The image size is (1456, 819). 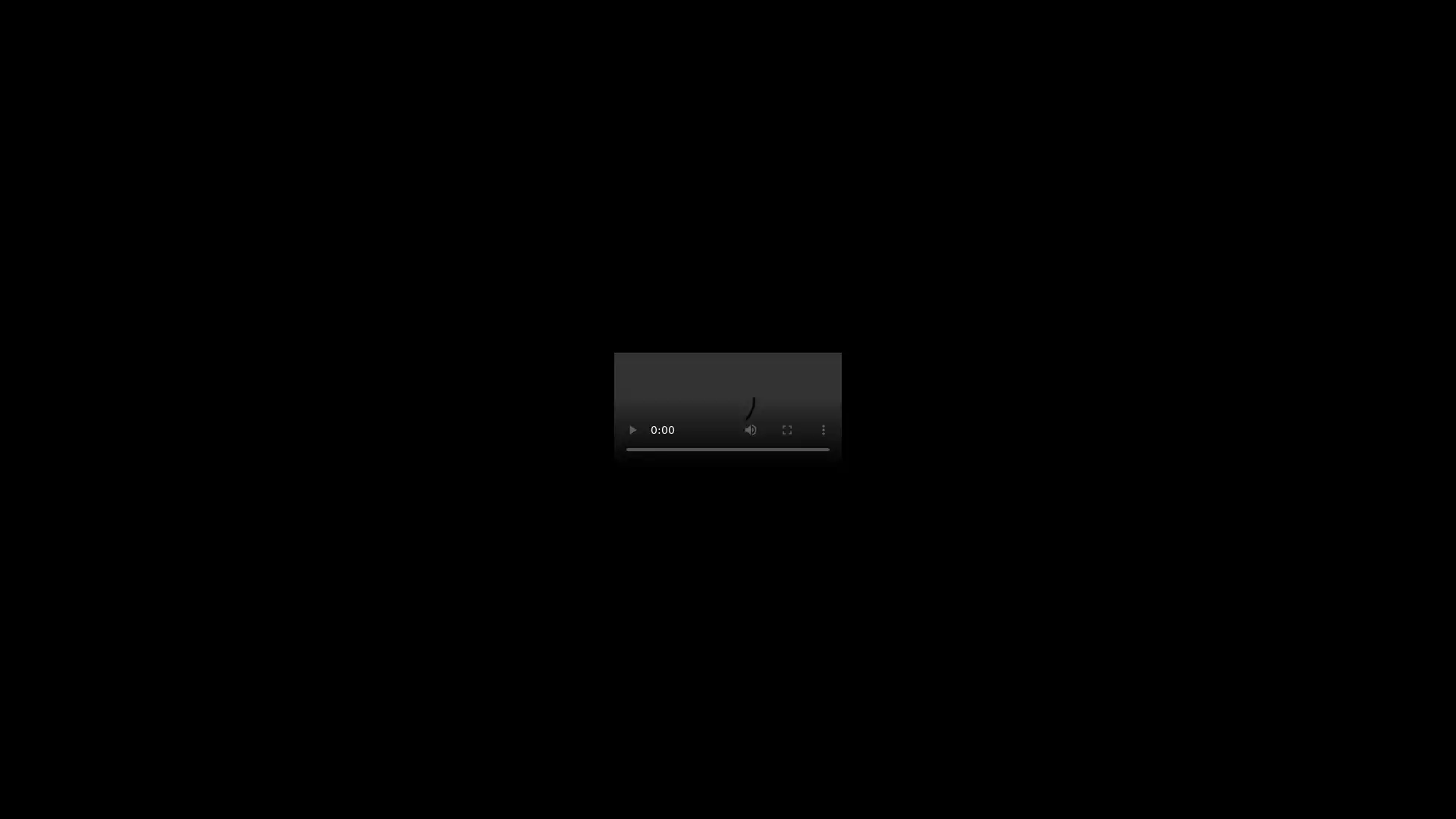 I want to click on mute, so click(x=750, y=430).